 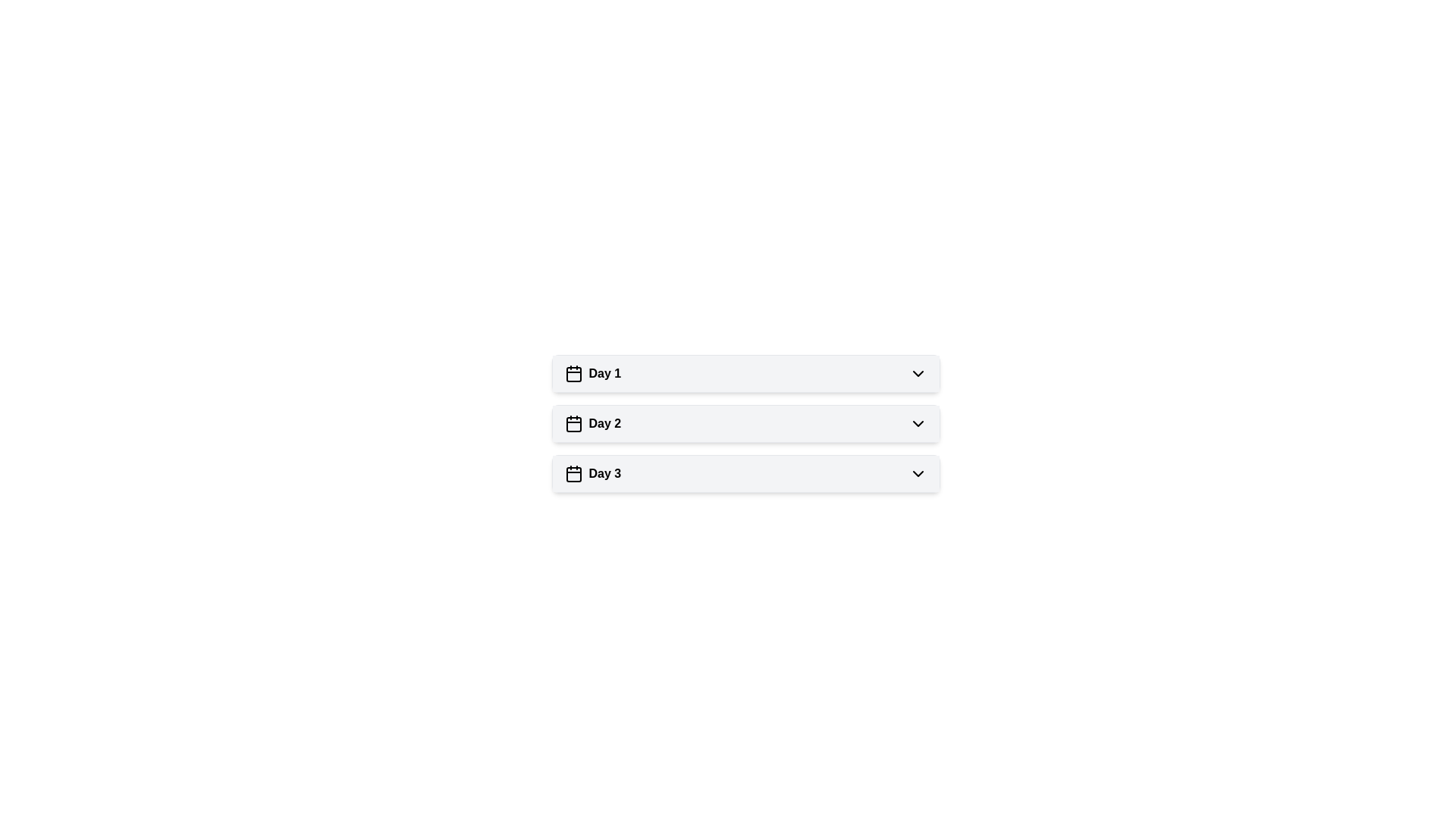 I want to click on the interactive list item for 'Day 2', so click(x=745, y=424).